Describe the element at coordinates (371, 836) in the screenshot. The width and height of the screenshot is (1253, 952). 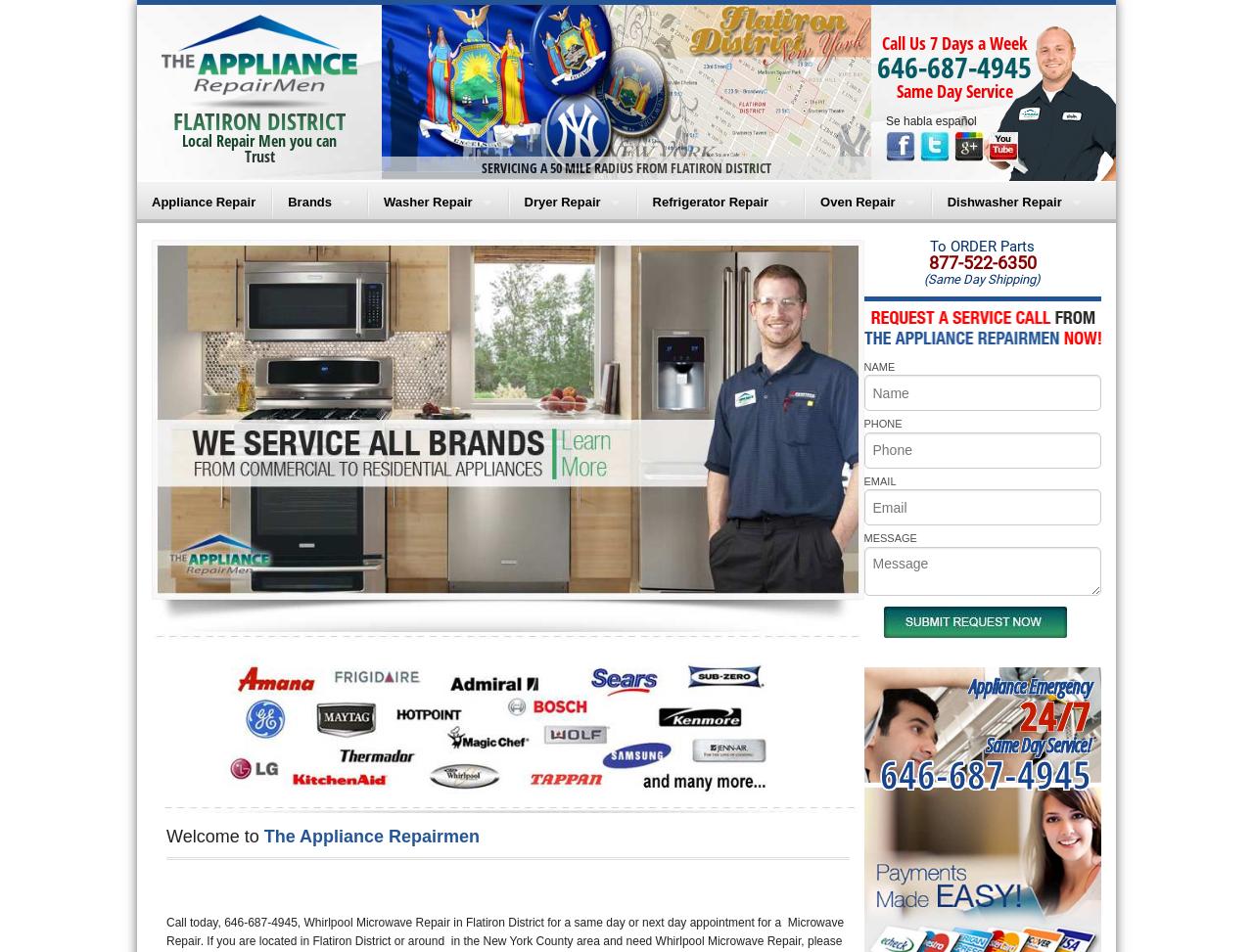
I see `'The Appliance Repairmen'` at that location.